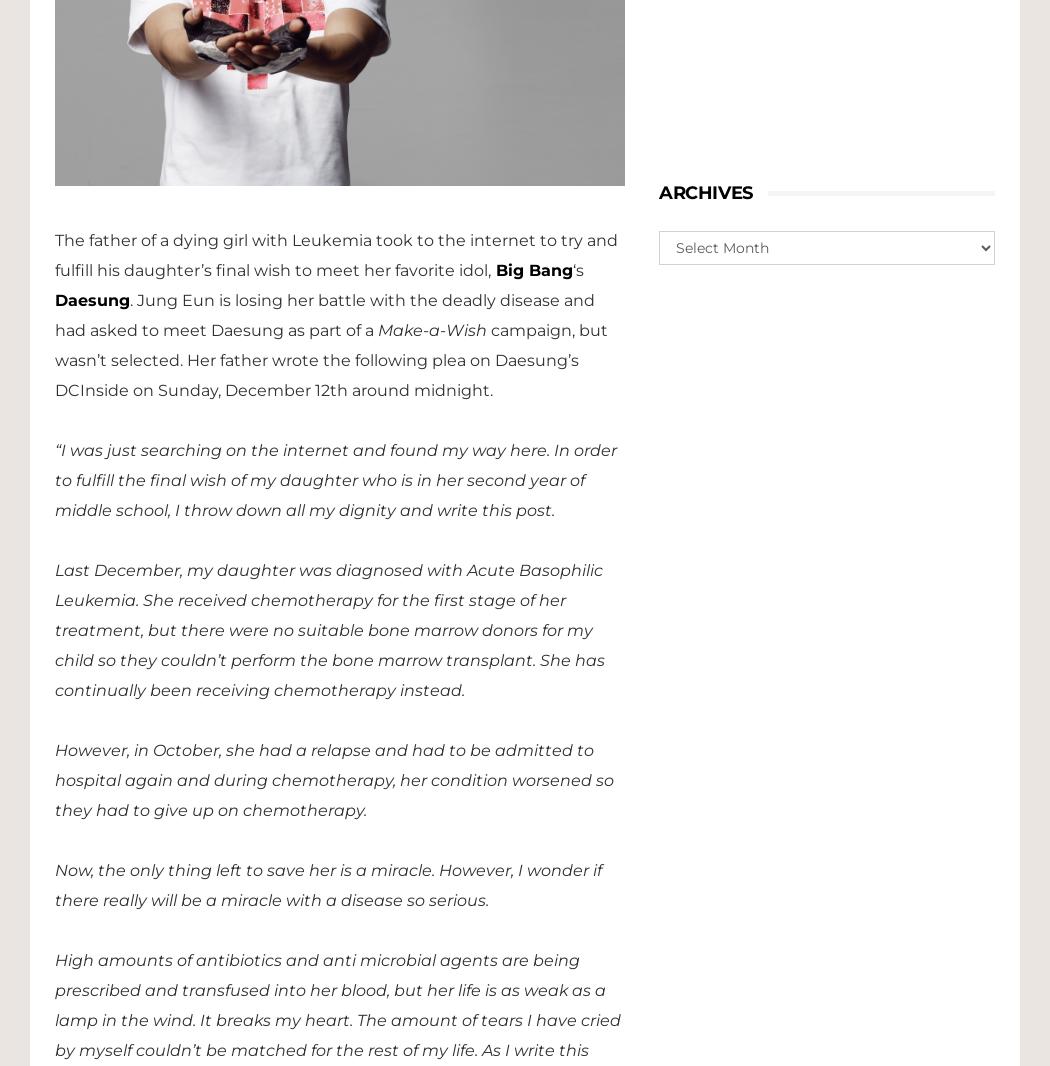 This screenshot has height=1066, width=1050. Describe the element at coordinates (431, 329) in the screenshot. I see `'Make-a-Wish'` at that location.